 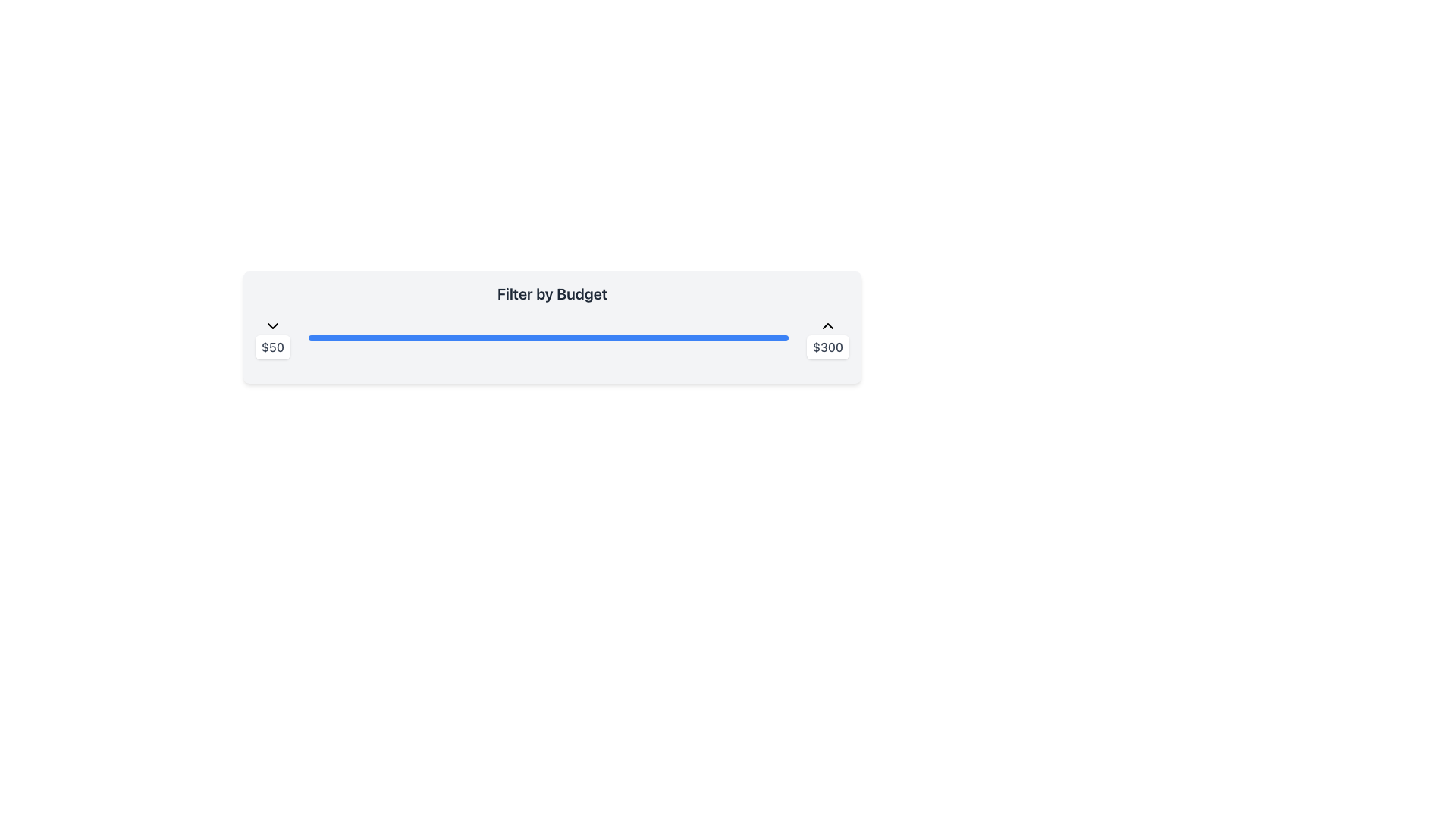 I want to click on the maximum value indicator at the far right of the 'Filter by Budget' bar to adjust the value, so click(x=827, y=337).